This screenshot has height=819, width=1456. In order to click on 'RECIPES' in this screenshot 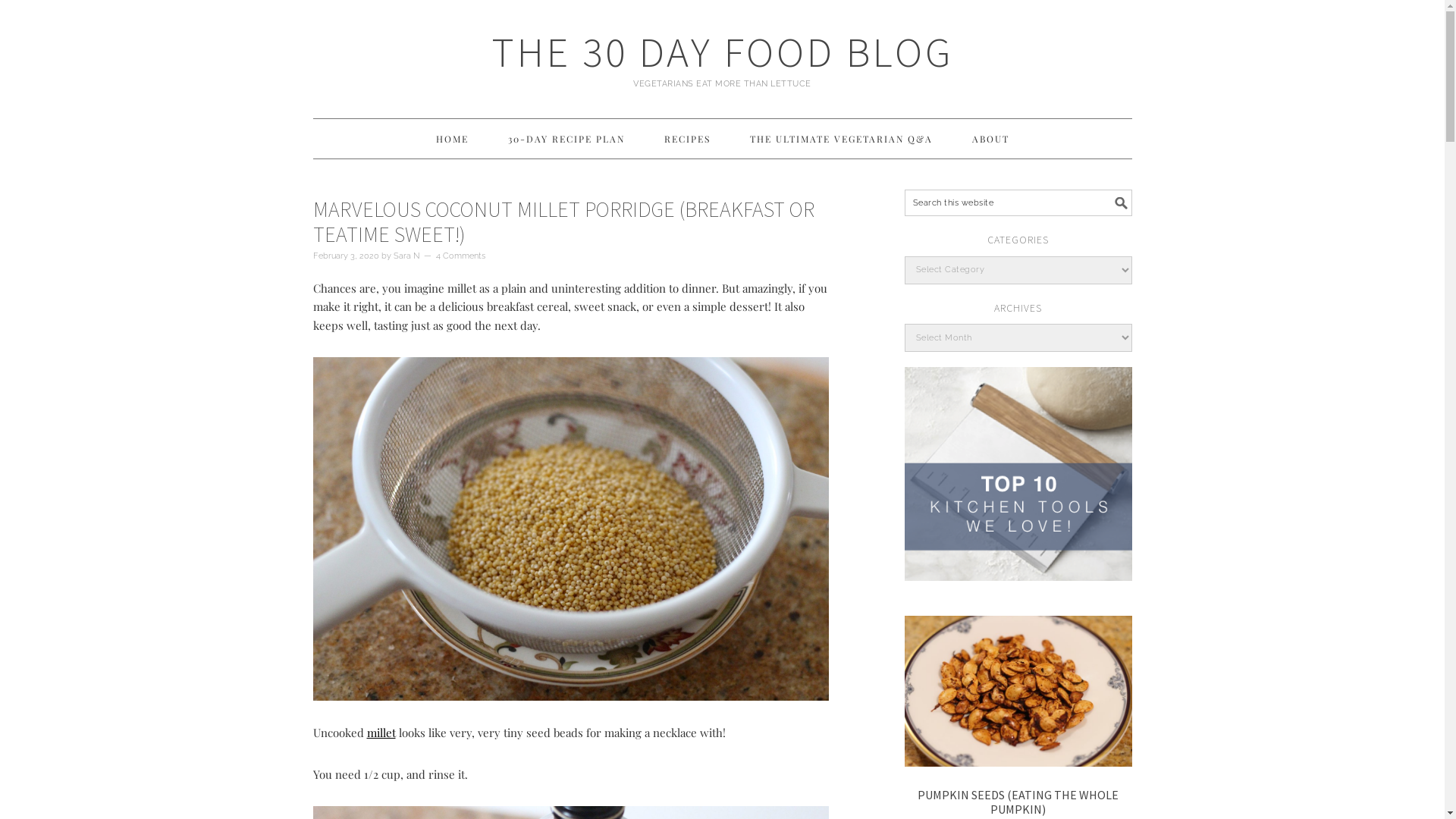, I will do `click(686, 138)`.